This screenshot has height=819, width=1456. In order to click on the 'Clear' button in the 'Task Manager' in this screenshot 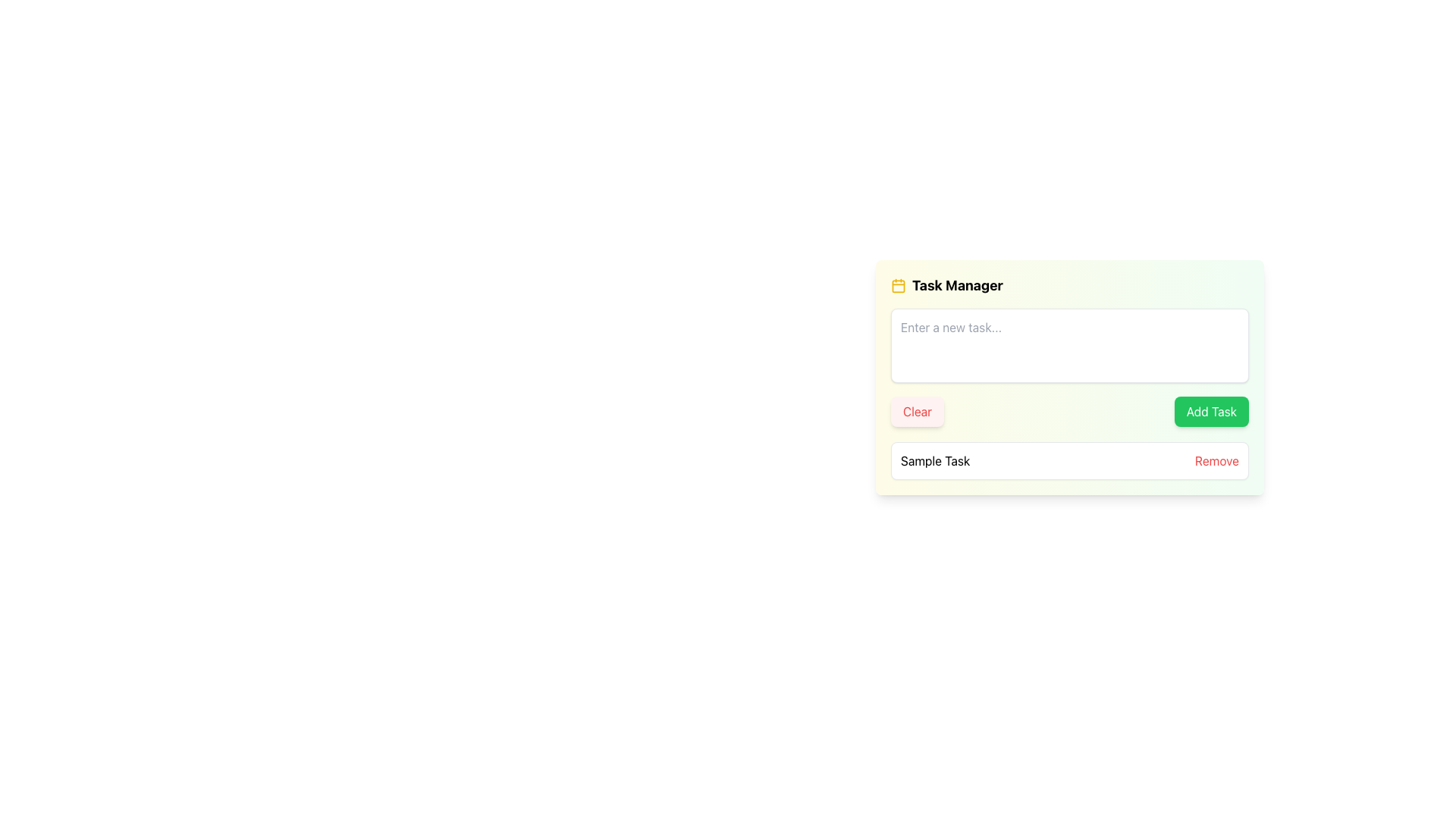, I will do `click(916, 412)`.